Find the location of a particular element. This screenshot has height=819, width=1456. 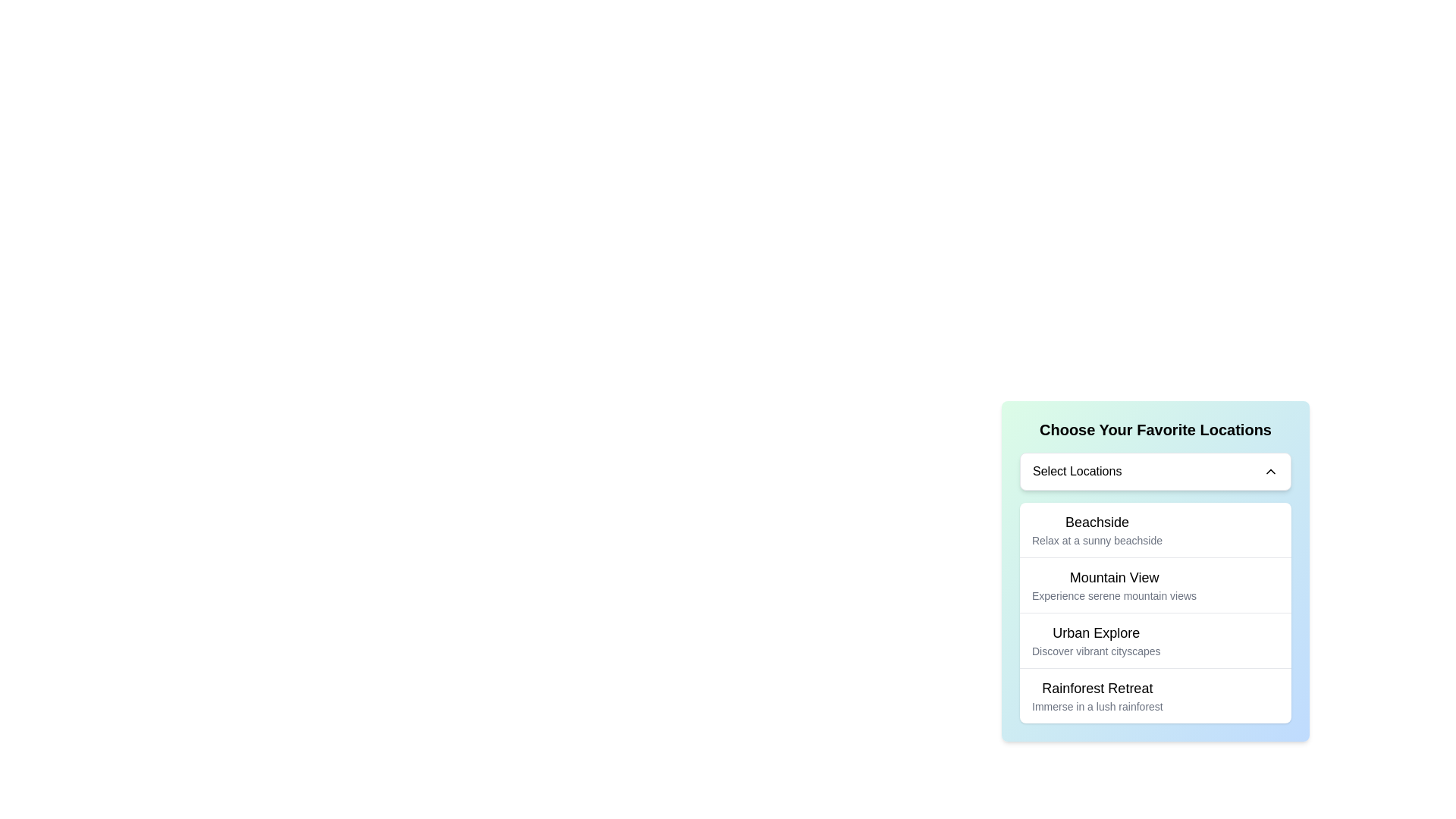

the 'Rainforest Retreat' option in the 'Choose Your Favorite Locations' menu is located at coordinates (1097, 688).